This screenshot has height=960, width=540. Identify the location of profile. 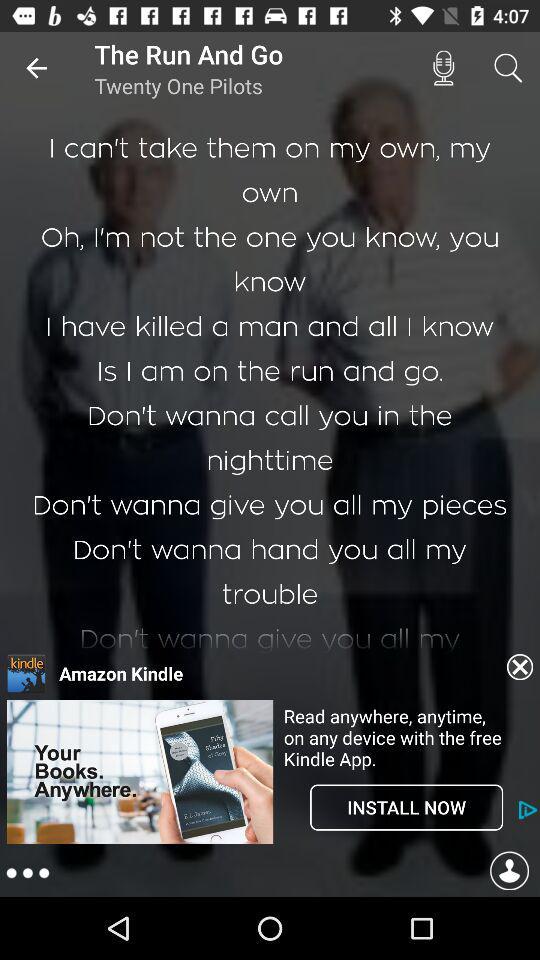
(509, 872).